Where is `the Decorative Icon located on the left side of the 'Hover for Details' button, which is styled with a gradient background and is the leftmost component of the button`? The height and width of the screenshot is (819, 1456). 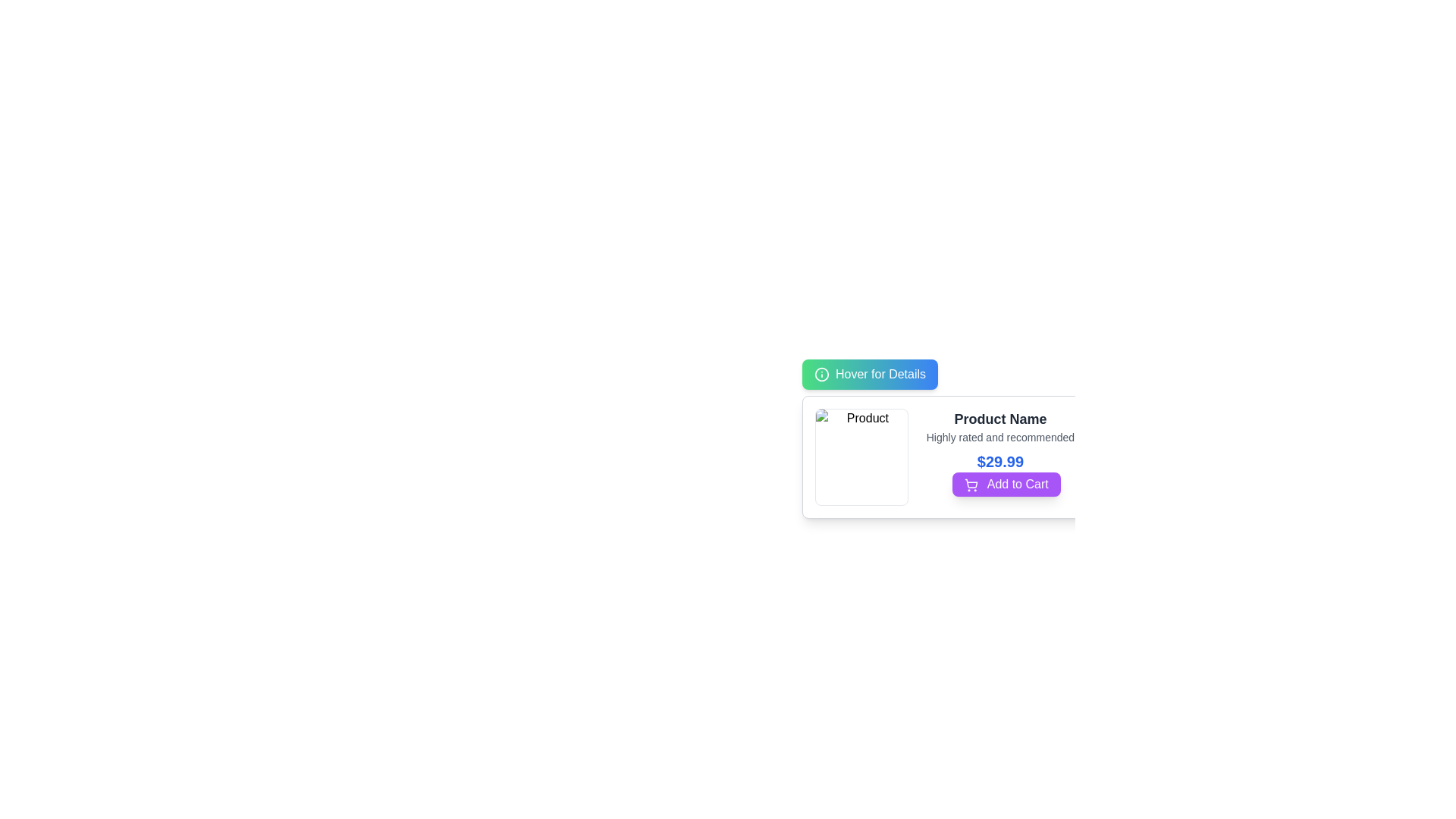
the Decorative Icon located on the left side of the 'Hover for Details' button, which is styled with a gradient background and is the leftmost component of the button is located at coordinates (821, 374).